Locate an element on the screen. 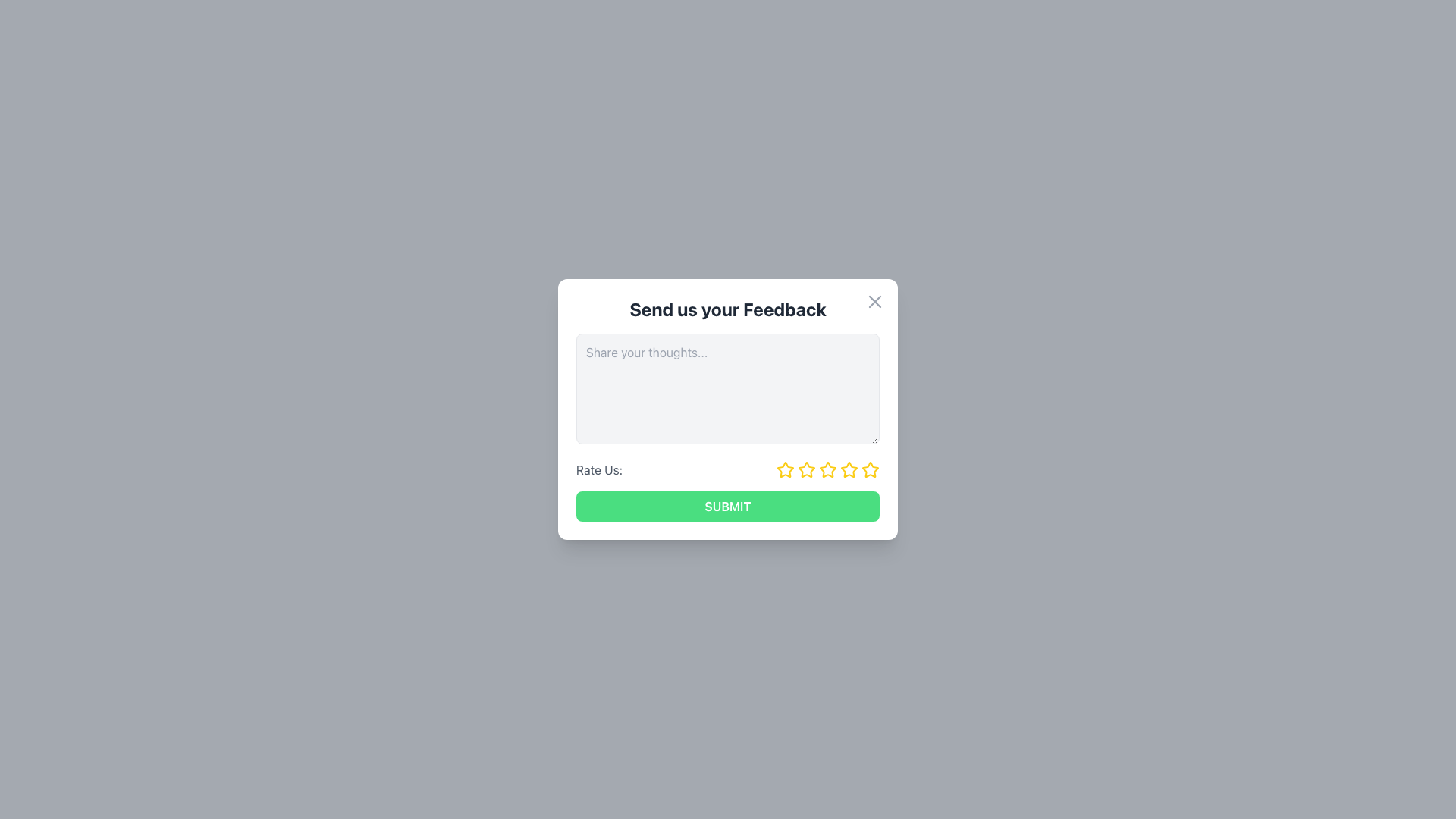 The width and height of the screenshot is (1456, 819). the leftmost star icon is located at coordinates (786, 469).